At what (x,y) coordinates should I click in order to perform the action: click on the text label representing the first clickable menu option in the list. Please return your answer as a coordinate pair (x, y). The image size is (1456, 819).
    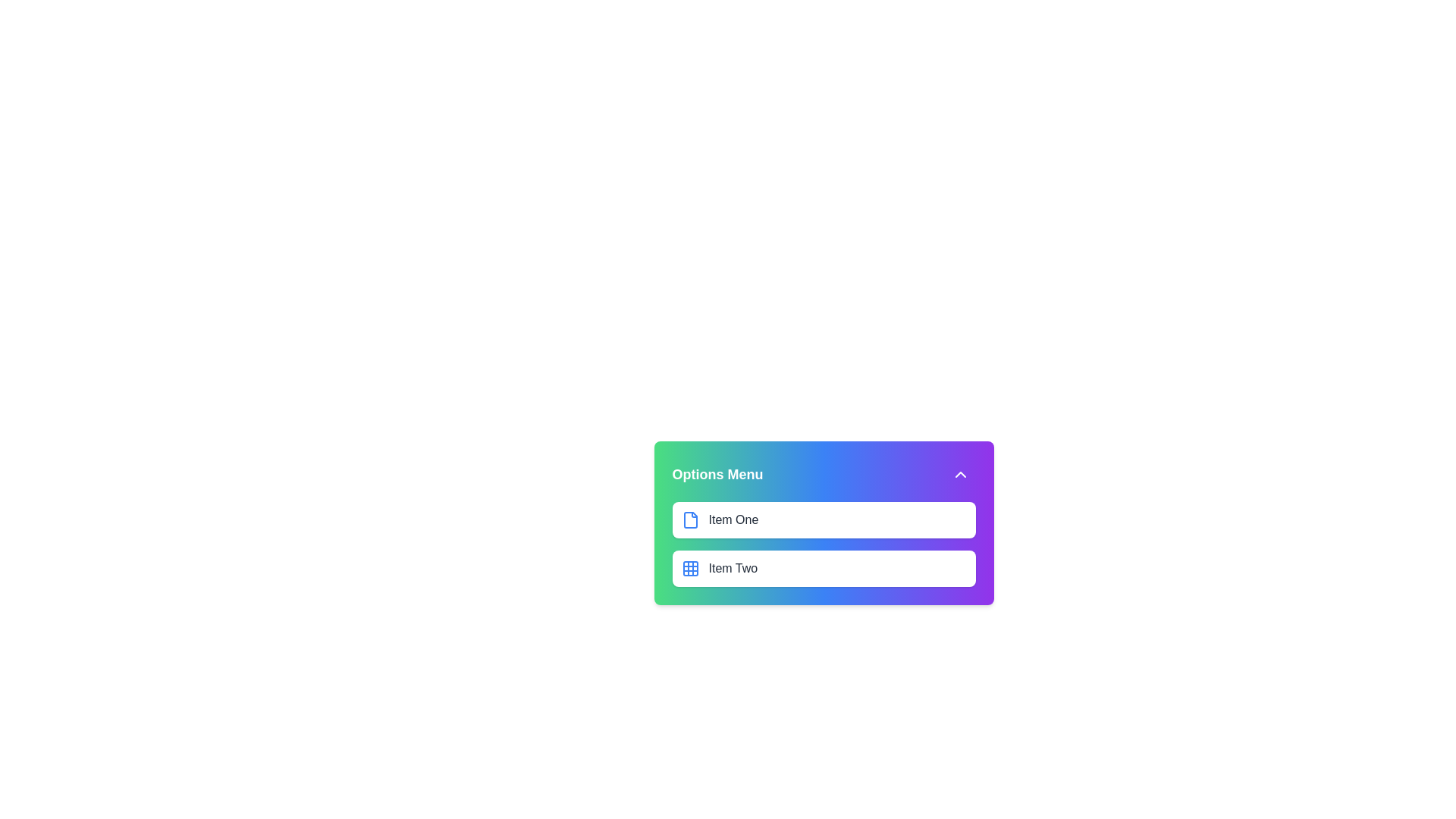
    Looking at the image, I should click on (733, 519).